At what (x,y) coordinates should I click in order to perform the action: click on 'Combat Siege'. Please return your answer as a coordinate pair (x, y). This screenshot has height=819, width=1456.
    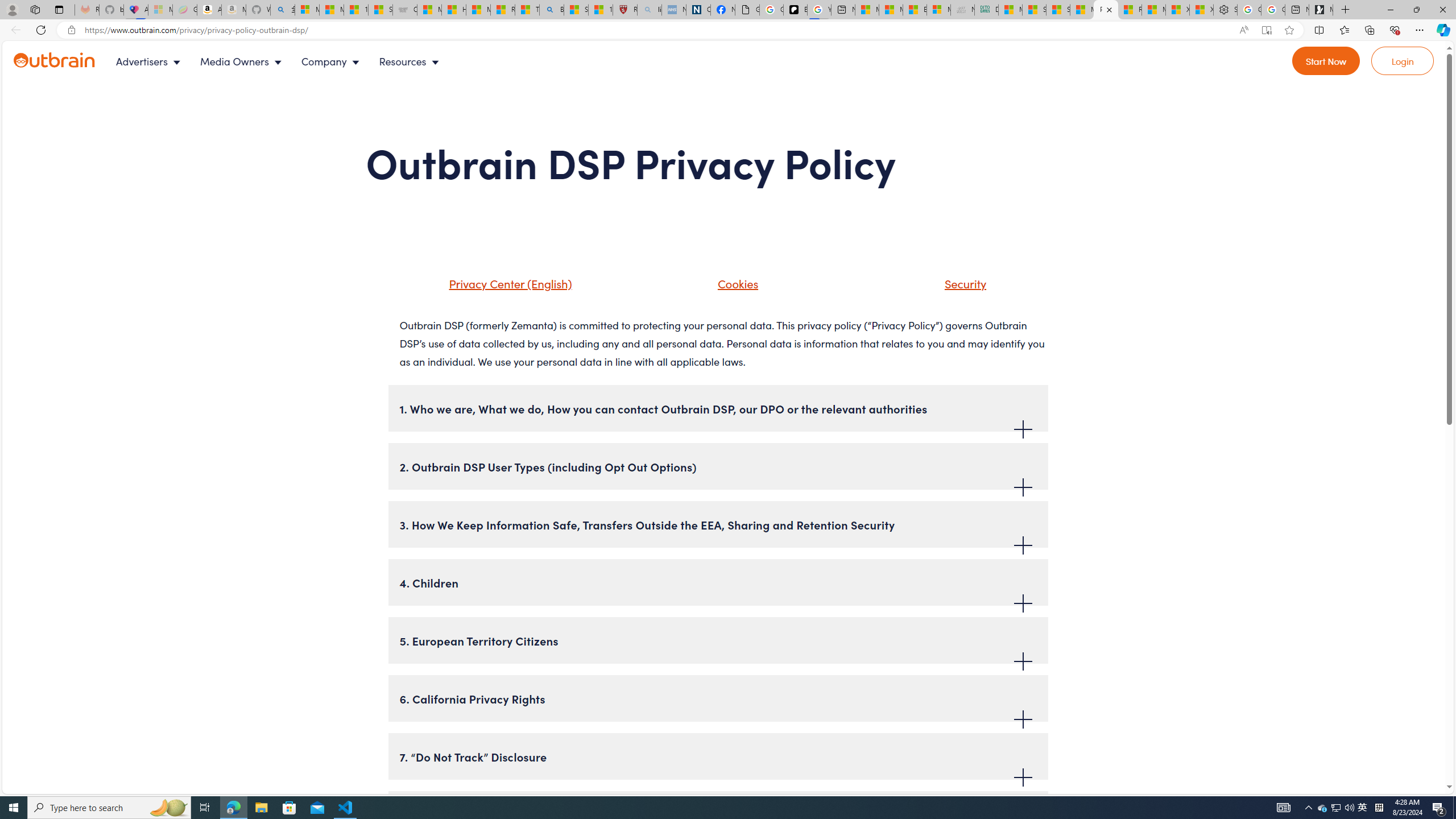
    Looking at the image, I should click on (404, 9).